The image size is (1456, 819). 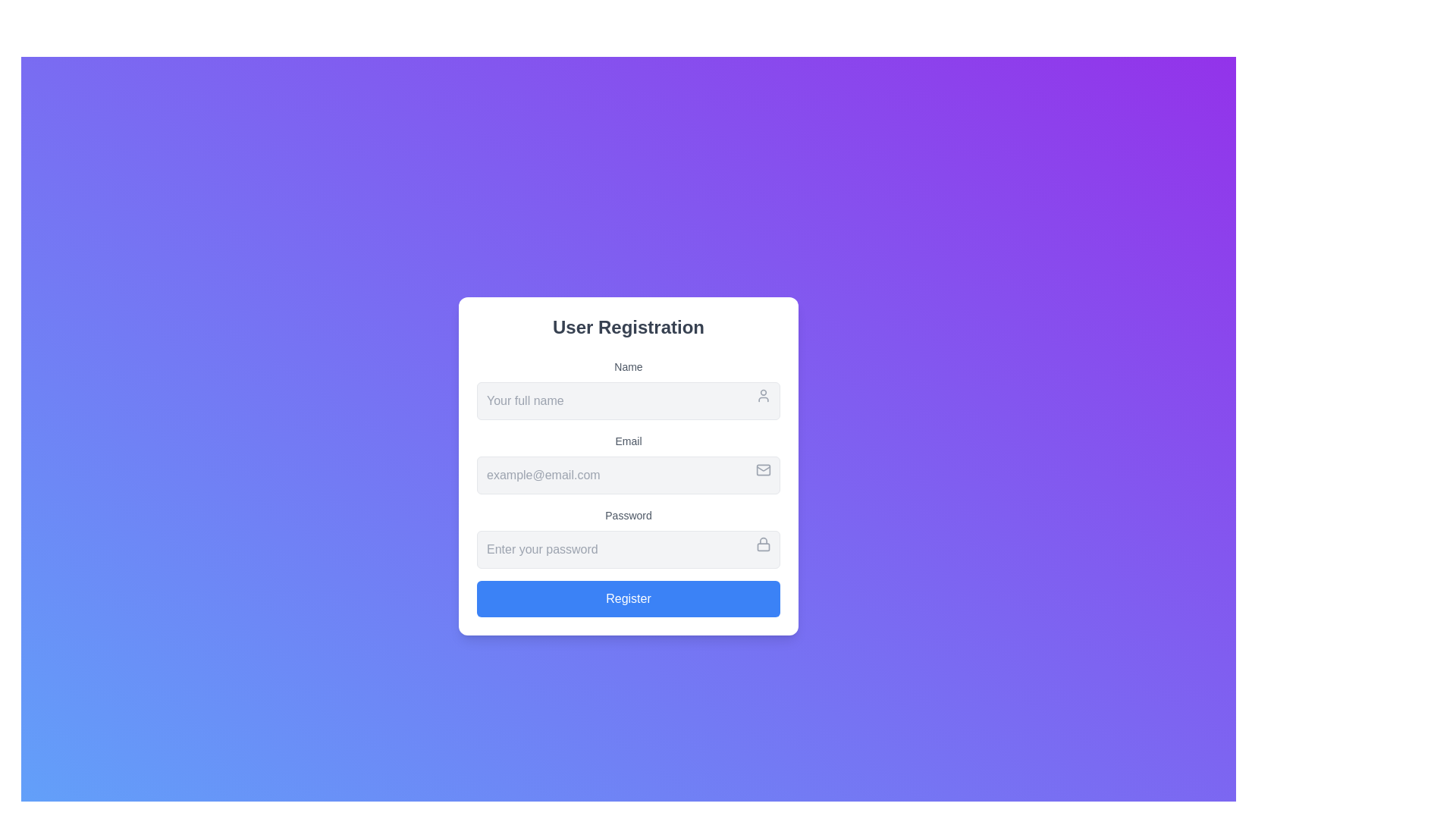 I want to click on the profile picture icon, which is a gray outline of a head and shoulders located inside the 'Name' input field of the user registration form on the right side of the input box, so click(x=764, y=394).